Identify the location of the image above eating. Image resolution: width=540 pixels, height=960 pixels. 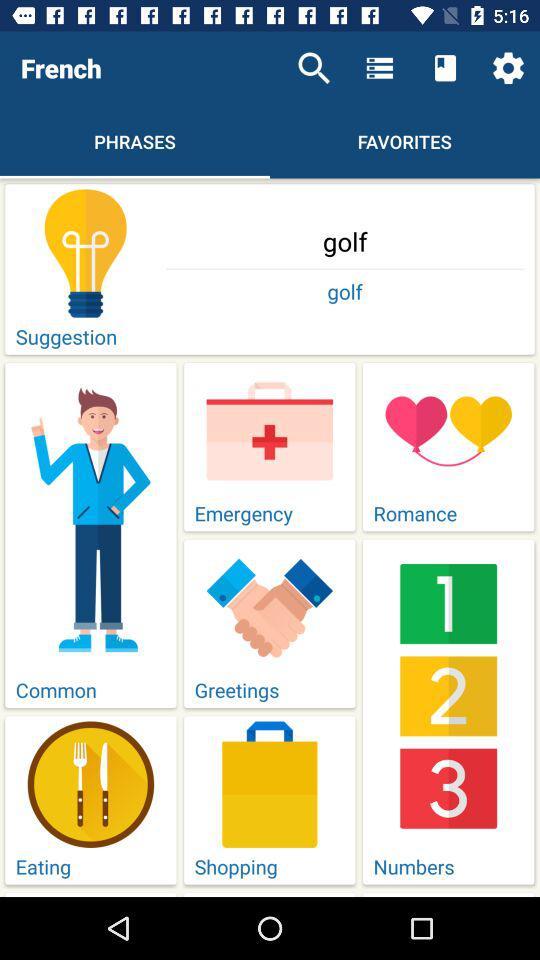
(89, 784).